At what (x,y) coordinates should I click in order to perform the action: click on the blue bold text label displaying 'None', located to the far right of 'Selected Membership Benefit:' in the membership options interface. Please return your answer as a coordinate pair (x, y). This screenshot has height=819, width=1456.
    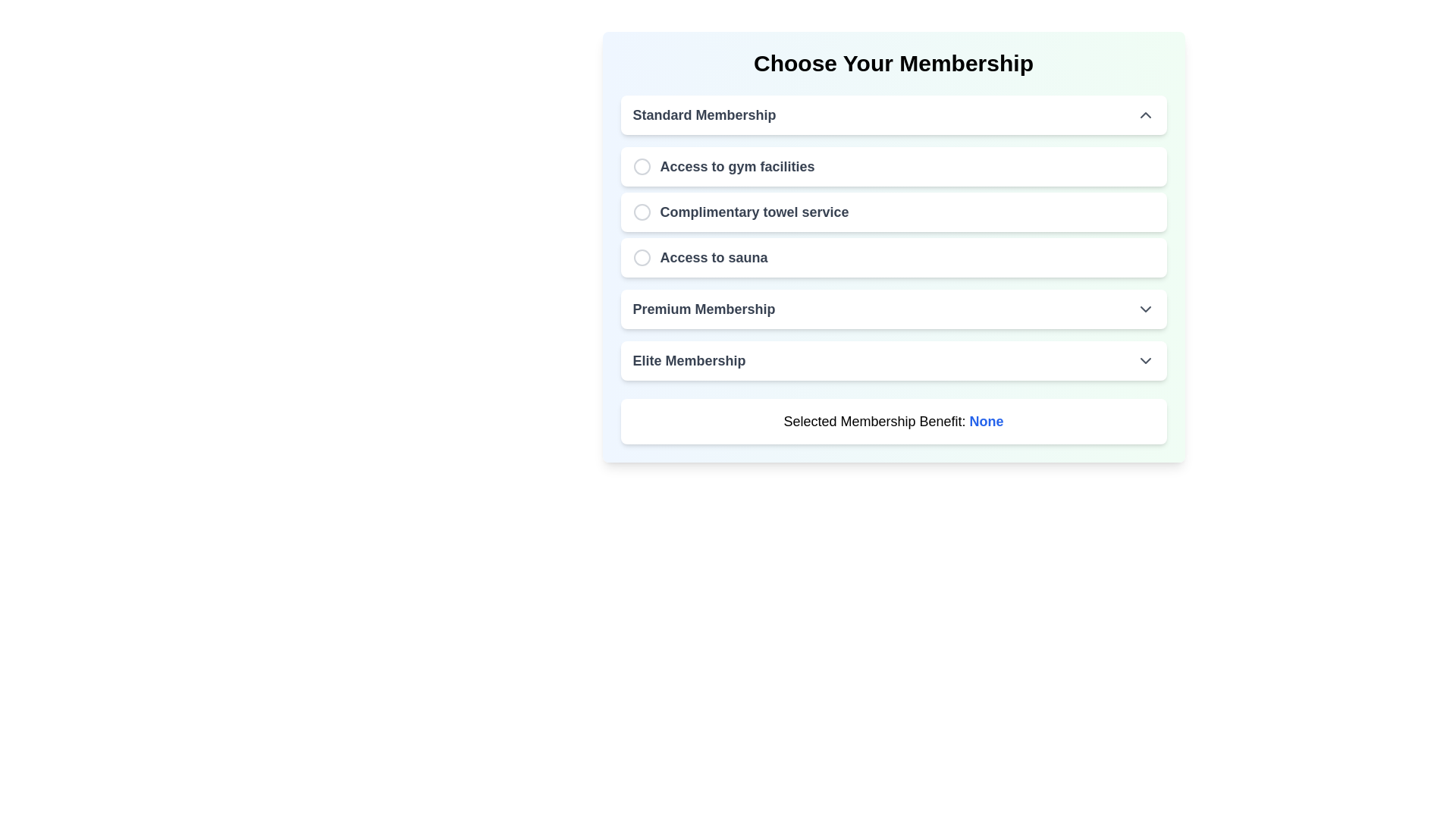
    Looking at the image, I should click on (986, 421).